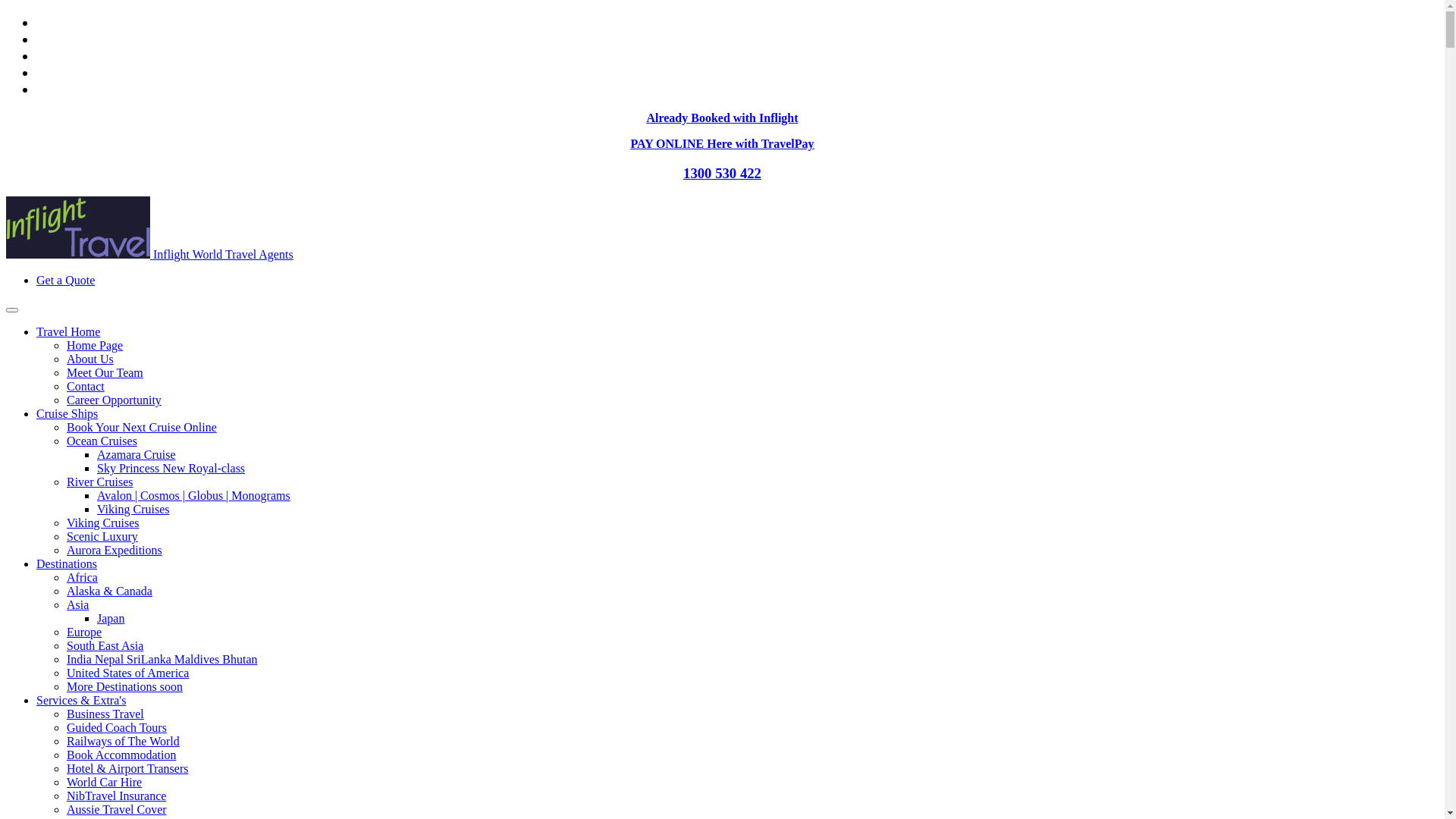  Describe the element at coordinates (80, 700) in the screenshot. I see `'Services & Extra's'` at that location.